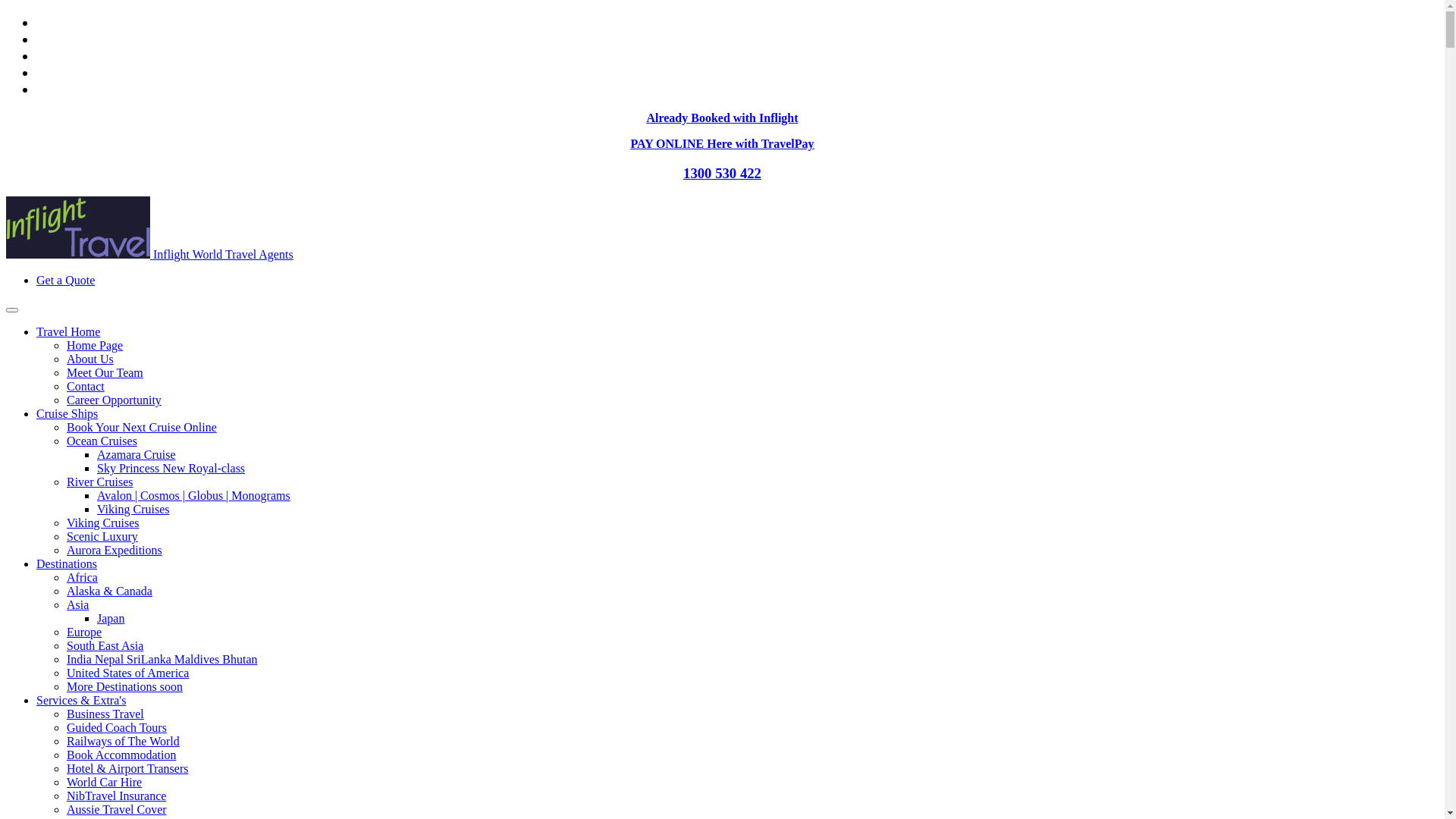  Describe the element at coordinates (80, 700) in the screenshot. I see `'Services & Extra's'` at that location.